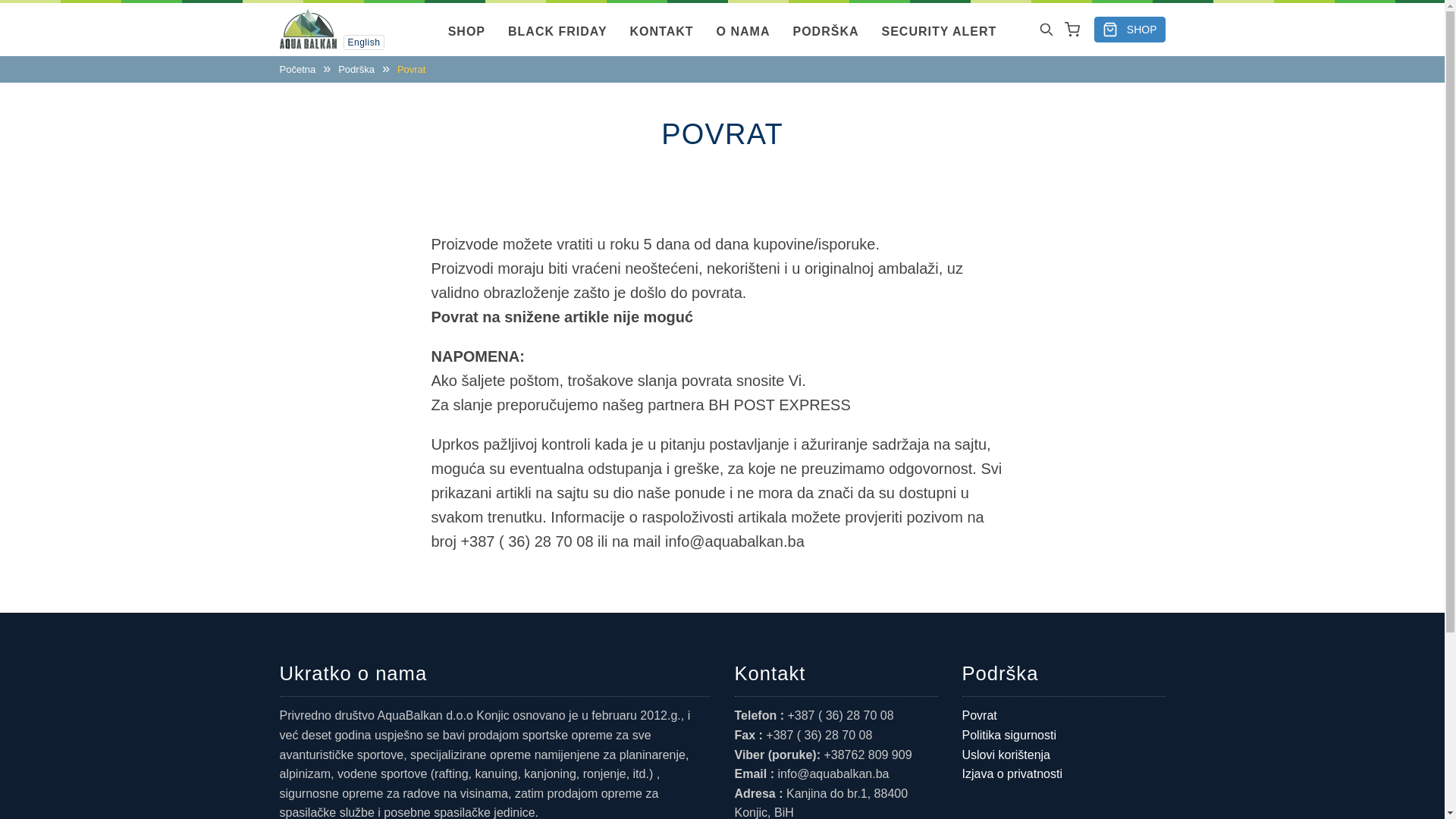 Image resolution: width=1456 pixels, height=819 pixels. Describe the element at coordinates (960, 716) in the screenshot. I see `'Povrat'` at that location.